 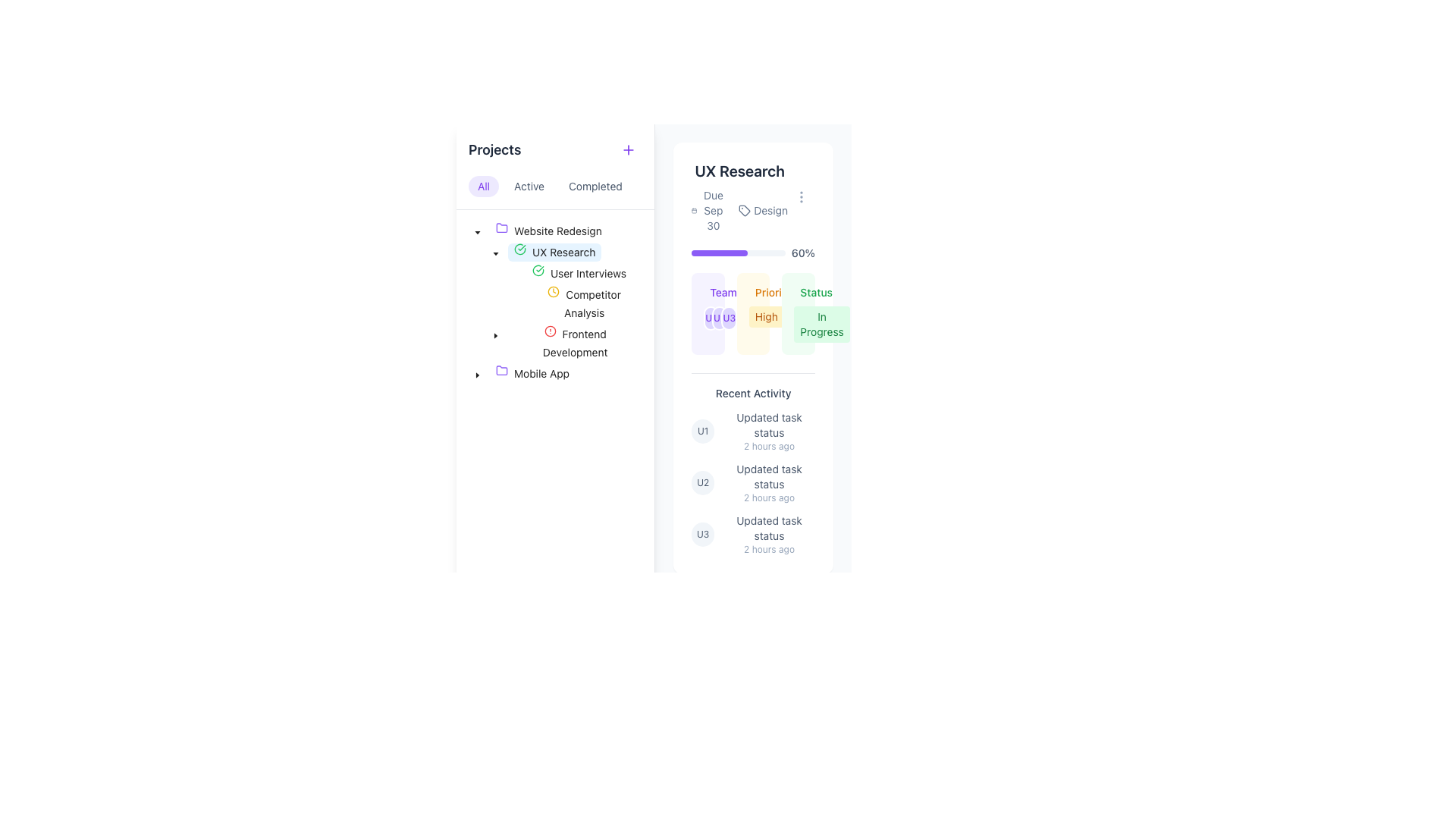 I want to click on details of the highlighted recent activity entry with identifier 'U2', which states 'Updated task status' and has a timestamp of '2 hours ago', so click(x=753, y=482).